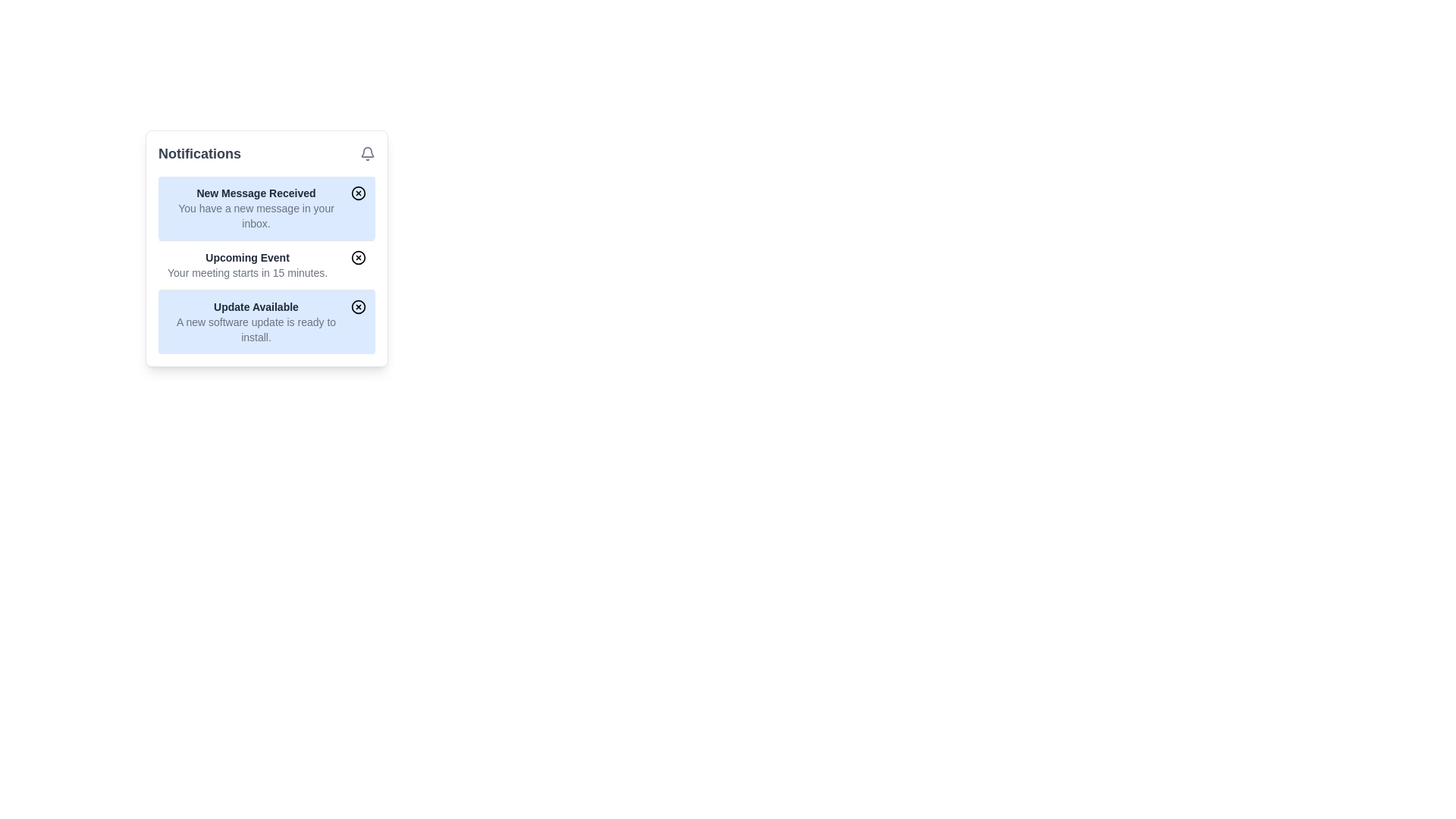 Image resolution: width=1456 pixels, height=819 pixels. I want to click on text content of the informational text block titled 'New Message Received', which is located in the second section of the notifications list and is the first notification in the list, so click(256, 208).